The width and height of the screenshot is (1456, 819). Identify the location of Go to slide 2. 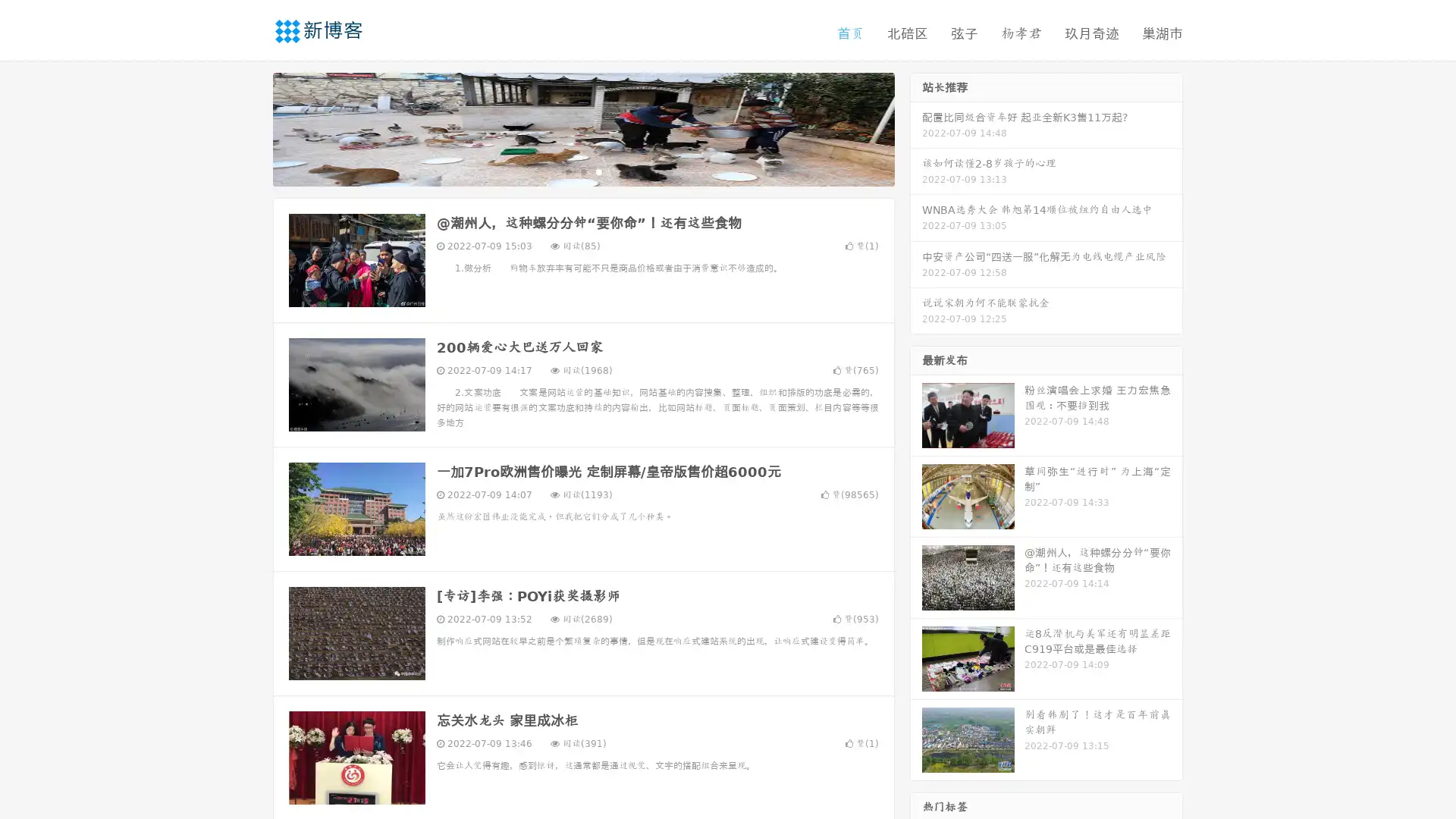
(582, 171).